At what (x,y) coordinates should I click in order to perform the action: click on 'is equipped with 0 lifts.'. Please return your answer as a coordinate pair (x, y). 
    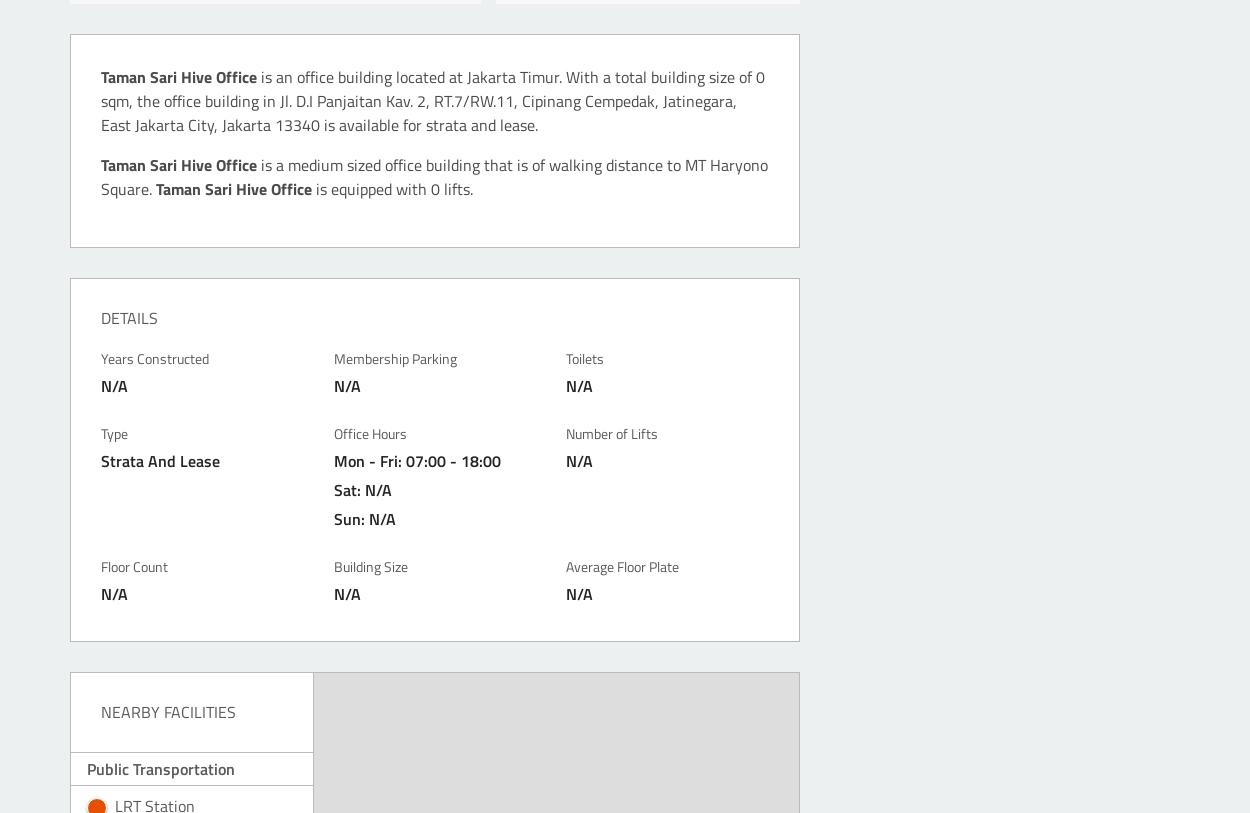
    Looking at the image, I should click on (392, 186).